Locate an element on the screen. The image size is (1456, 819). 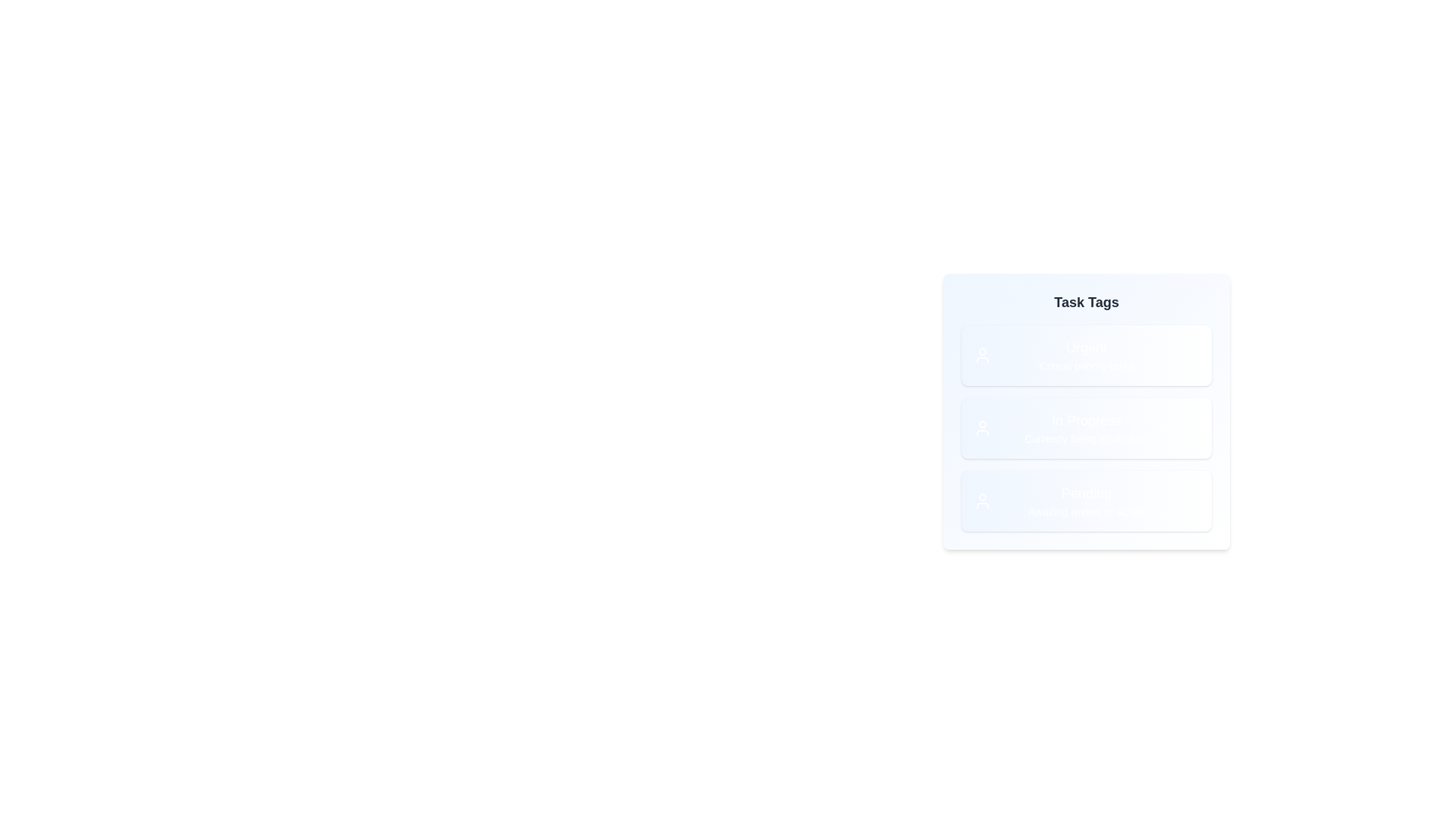
the tag labeled 'Urgent' to observe hover-based interaction is located at coordinates (1086, 356).